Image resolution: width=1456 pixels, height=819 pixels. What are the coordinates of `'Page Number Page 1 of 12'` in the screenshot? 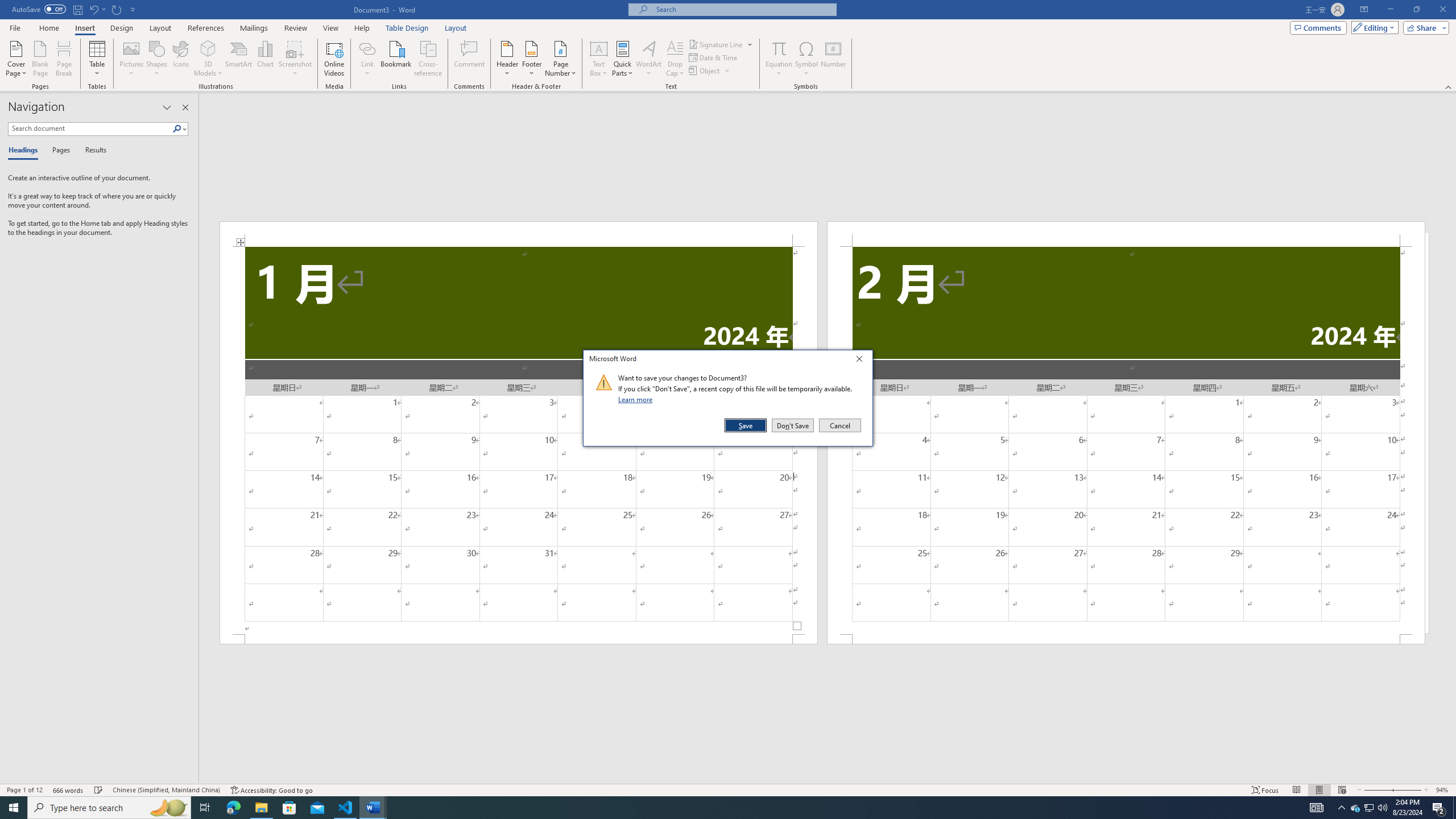 It's located at (24, 790).